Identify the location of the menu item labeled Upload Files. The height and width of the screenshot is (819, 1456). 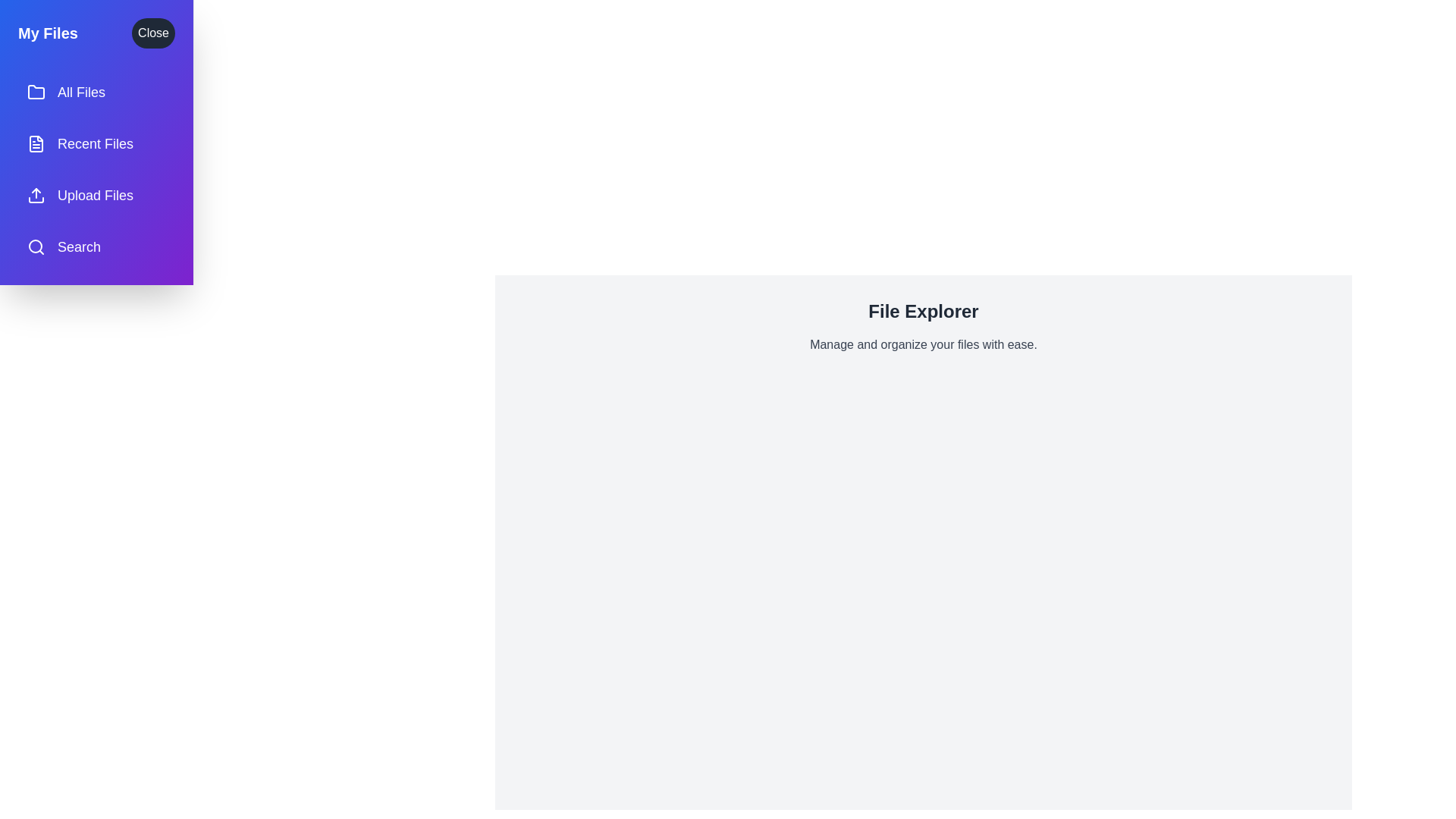
(96, 195).